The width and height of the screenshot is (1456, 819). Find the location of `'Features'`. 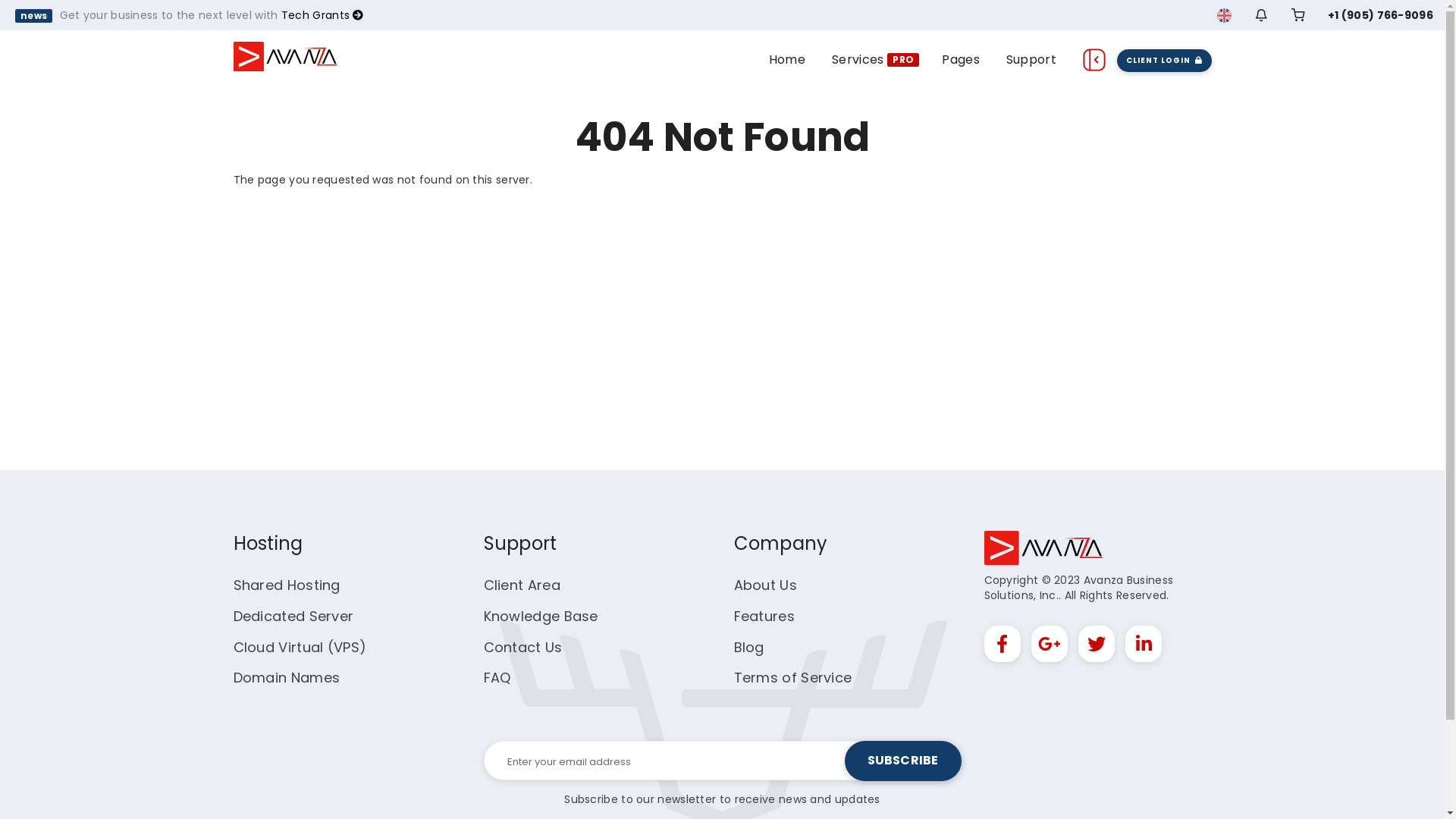

'Features' is located at coordinates (764, 616).